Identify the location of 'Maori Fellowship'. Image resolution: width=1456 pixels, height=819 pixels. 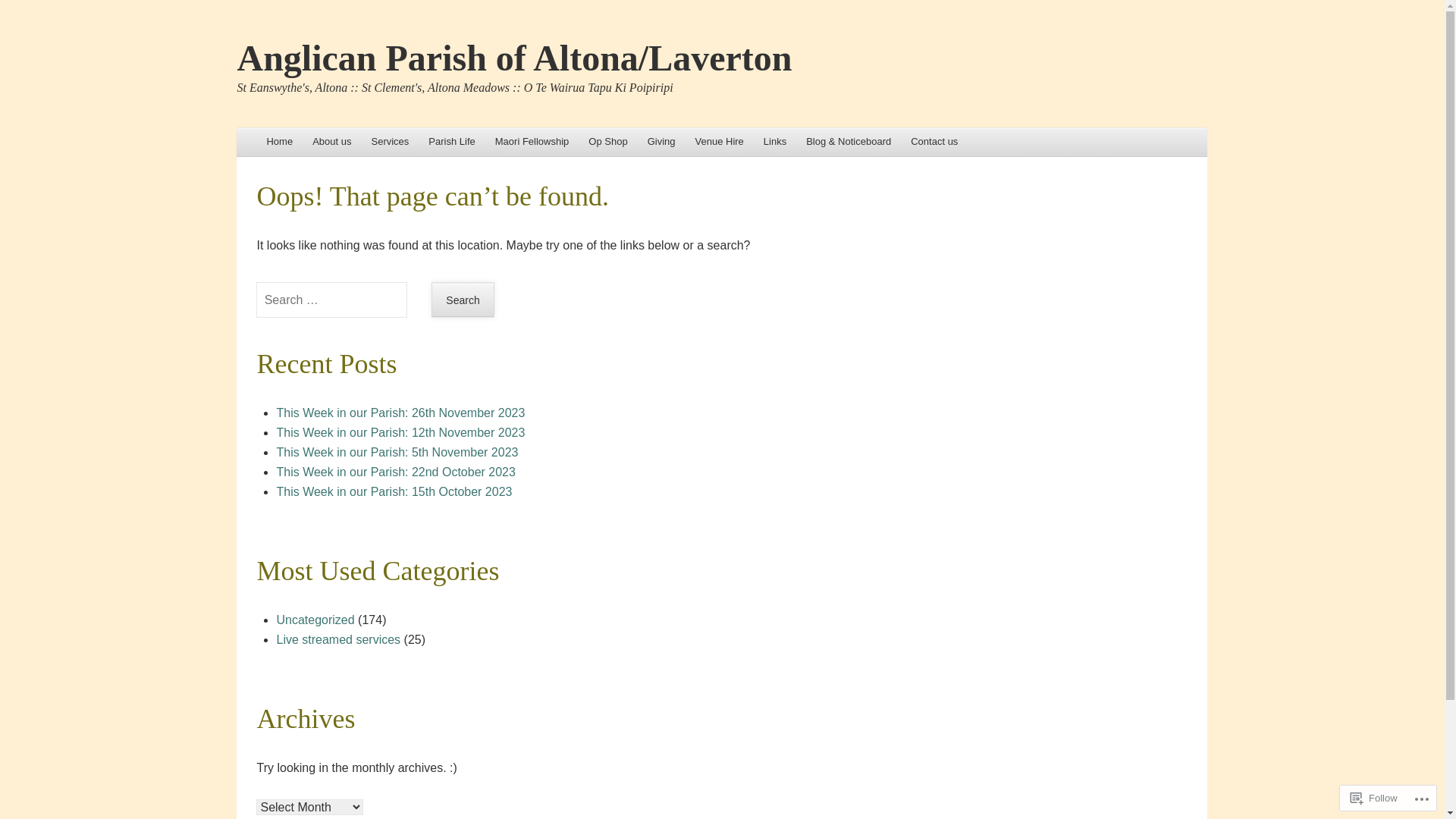
(532, 142).